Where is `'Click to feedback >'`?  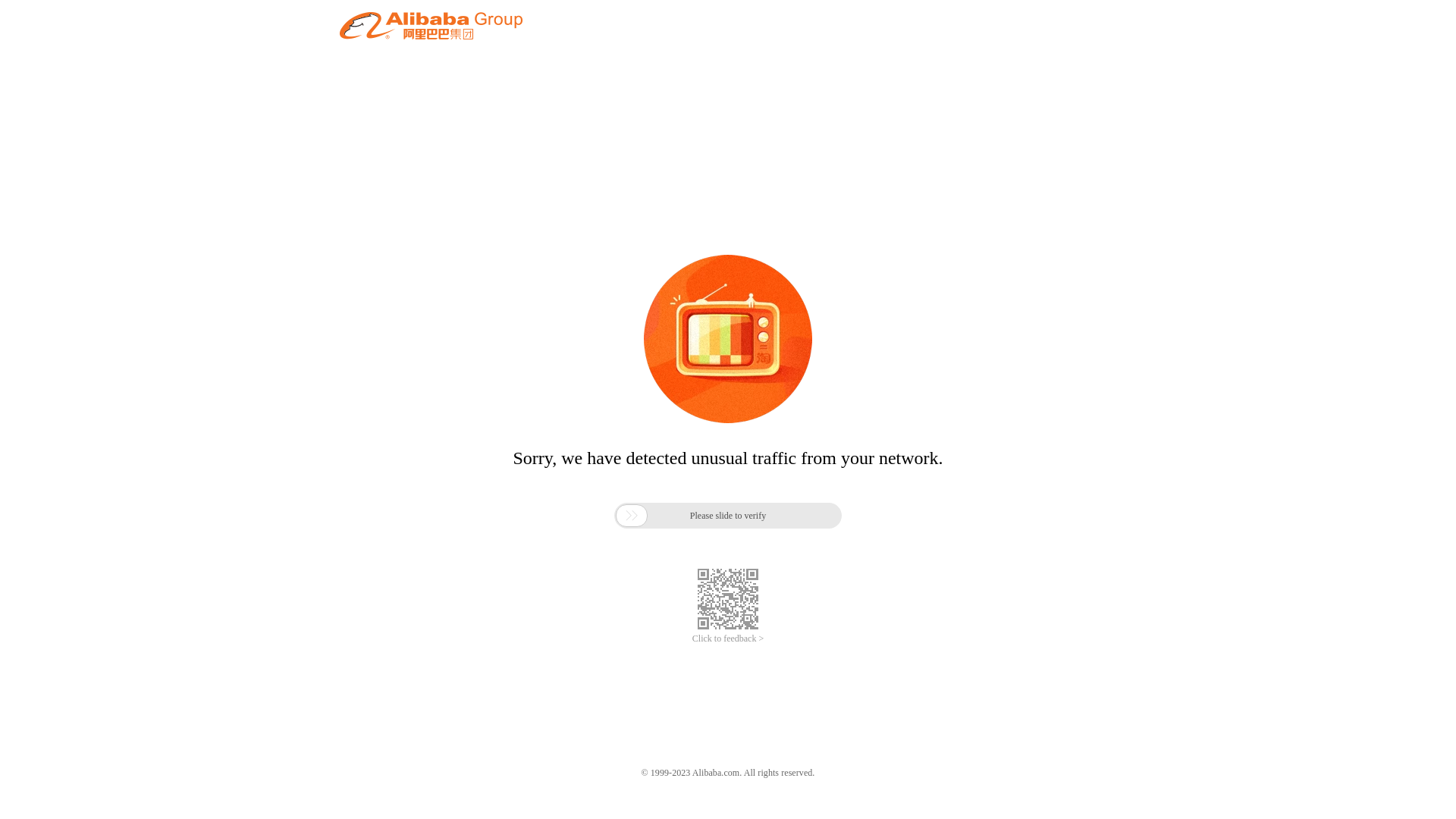
'Click to feedback >' is located at coordinates (728, 639).